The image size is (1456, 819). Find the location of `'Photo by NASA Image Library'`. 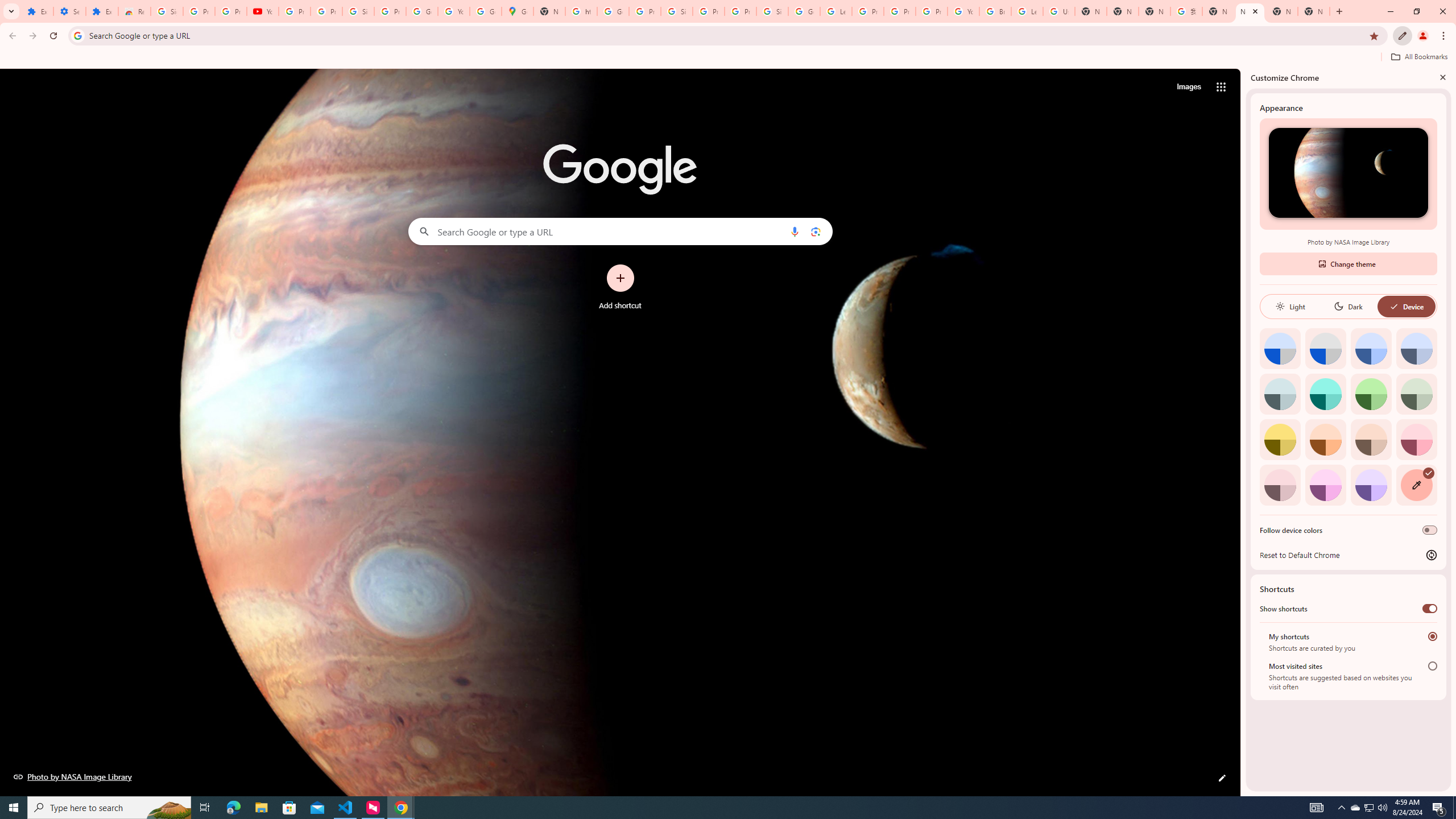

'Photo by NASA Image Library' is located at coordinates (1347, 172).